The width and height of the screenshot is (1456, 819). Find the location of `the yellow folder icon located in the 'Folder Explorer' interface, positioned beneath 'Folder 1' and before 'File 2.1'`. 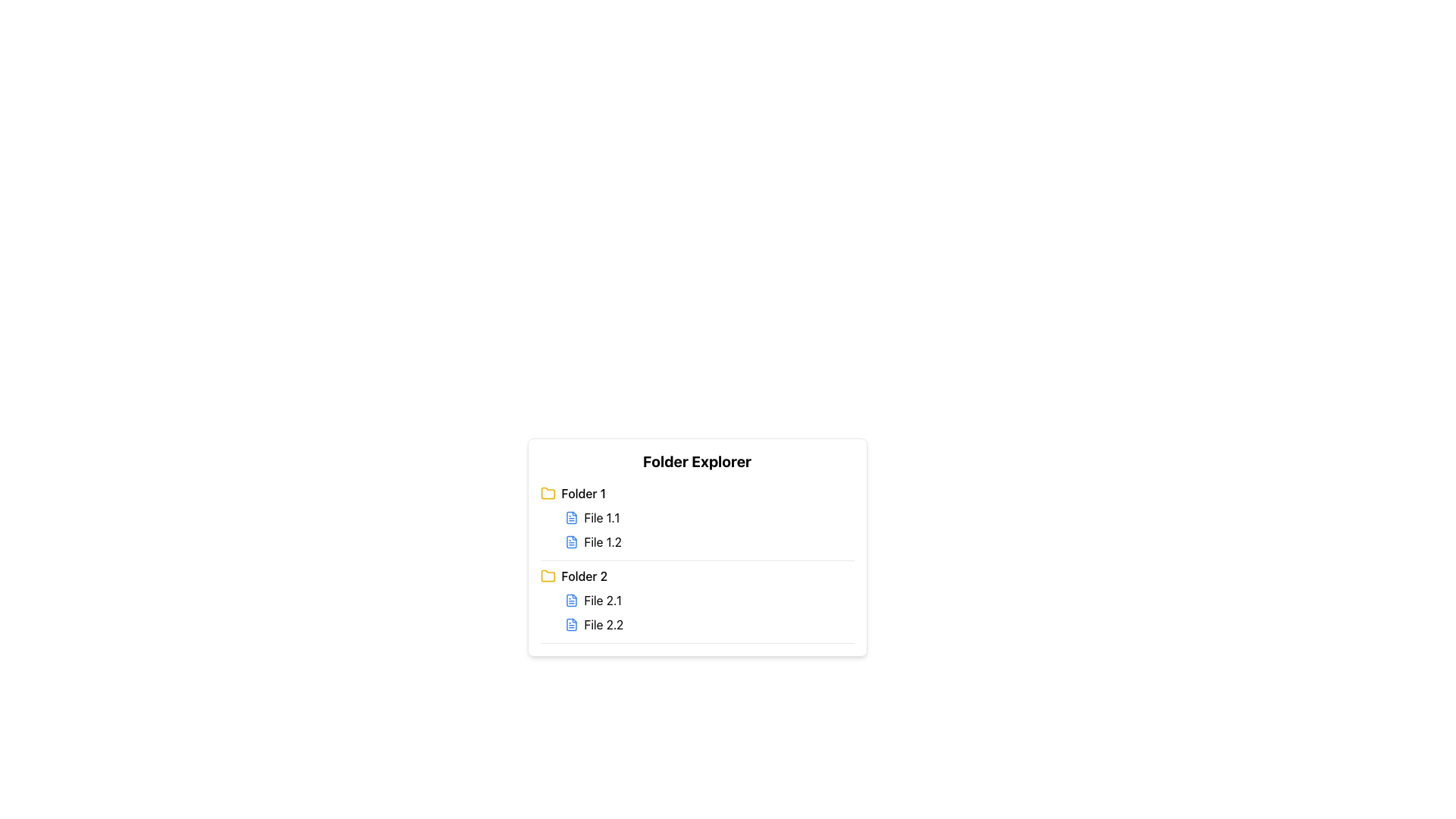

the yellow folder icon located in the 'Folder Explorer' interface, positioned beneath 'Folder 1' and before 'File 2.1' is located at coordinates (547, 576).